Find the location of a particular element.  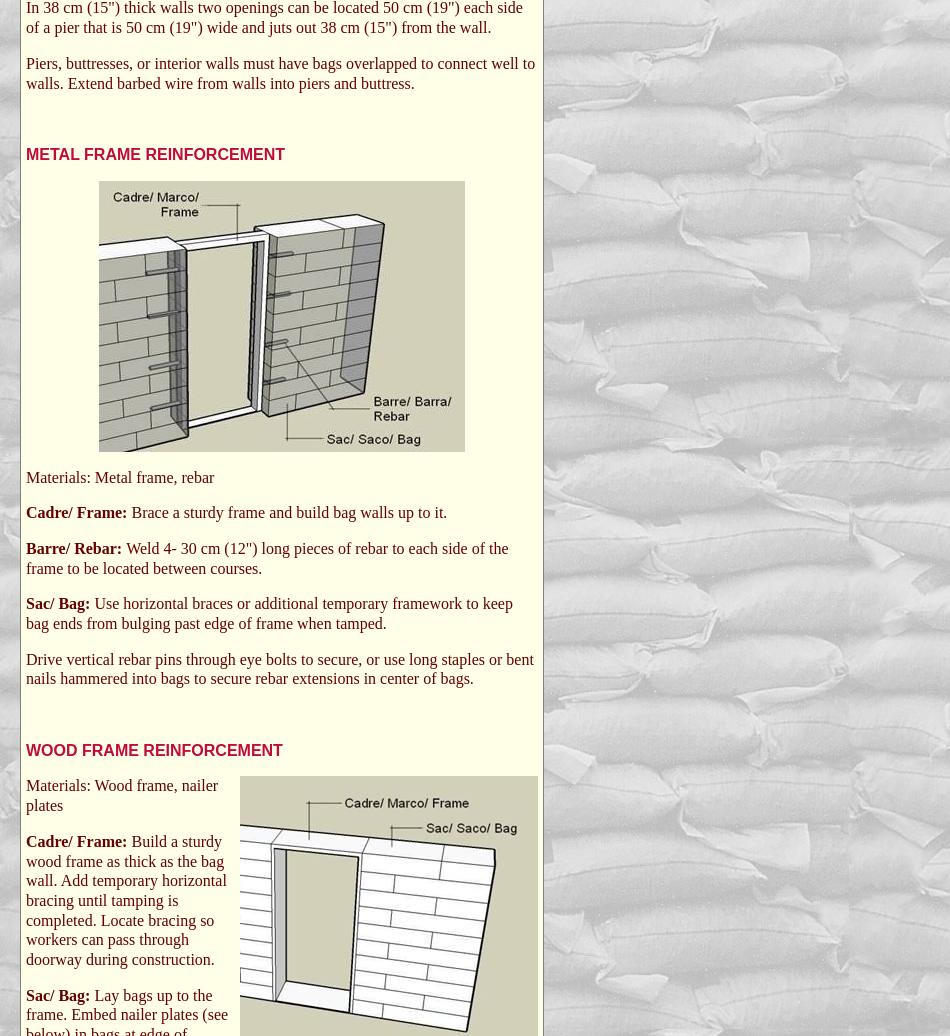

'METAL FRAME REINFORCEMENT' is located at coordinates (155, 153).